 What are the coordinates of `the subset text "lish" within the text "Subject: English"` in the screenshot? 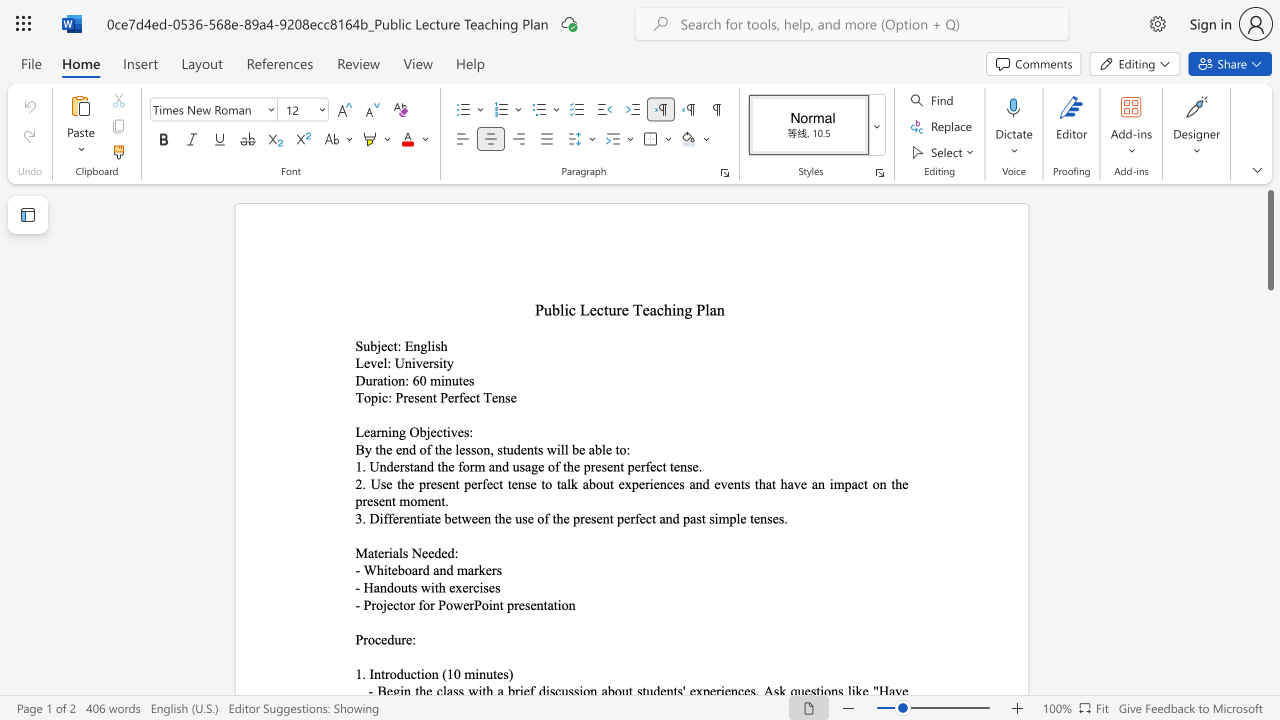 It's located at (426, 345).